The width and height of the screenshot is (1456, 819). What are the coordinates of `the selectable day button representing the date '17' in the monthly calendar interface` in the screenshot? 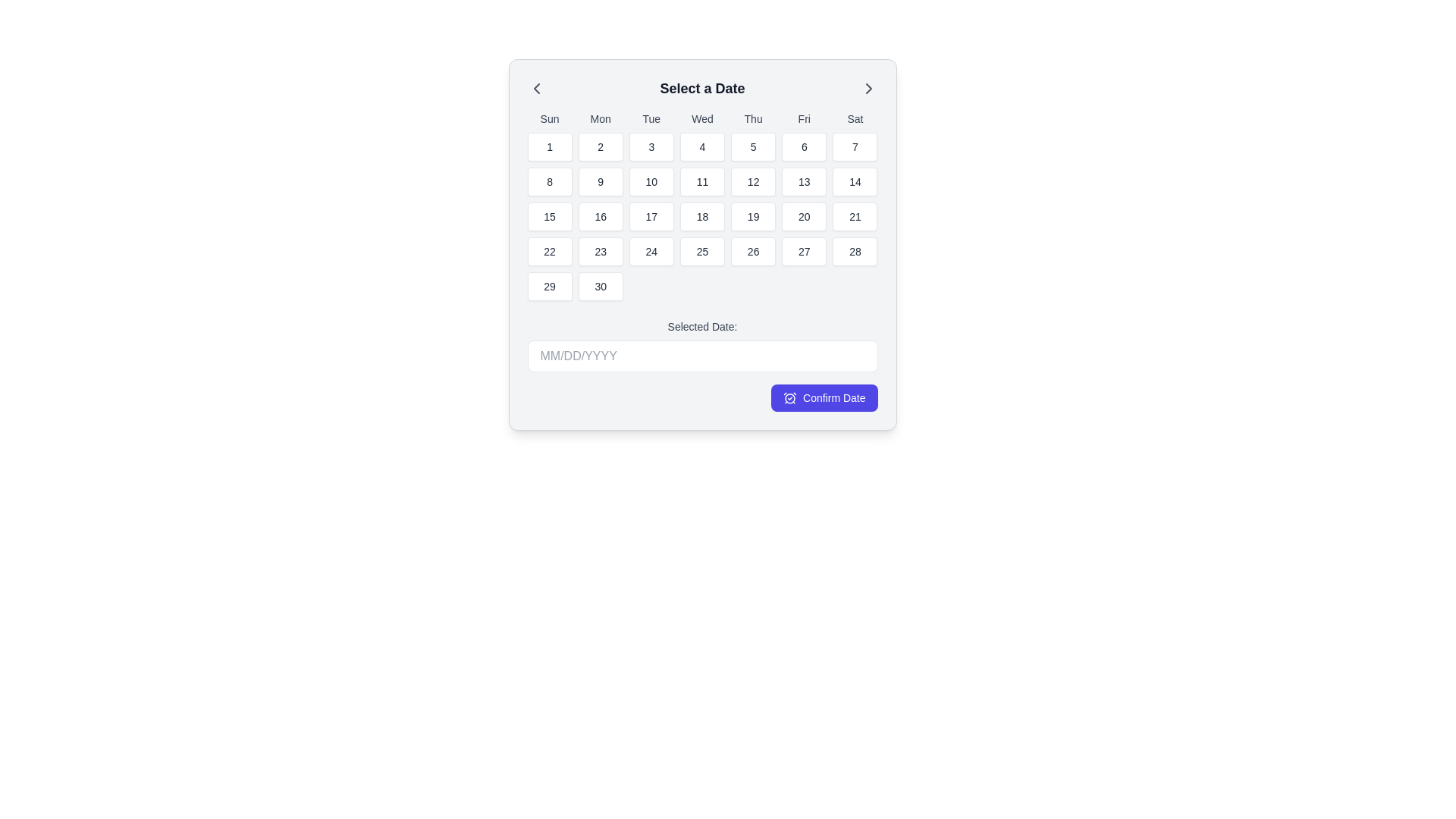 It's located at (651, 216).